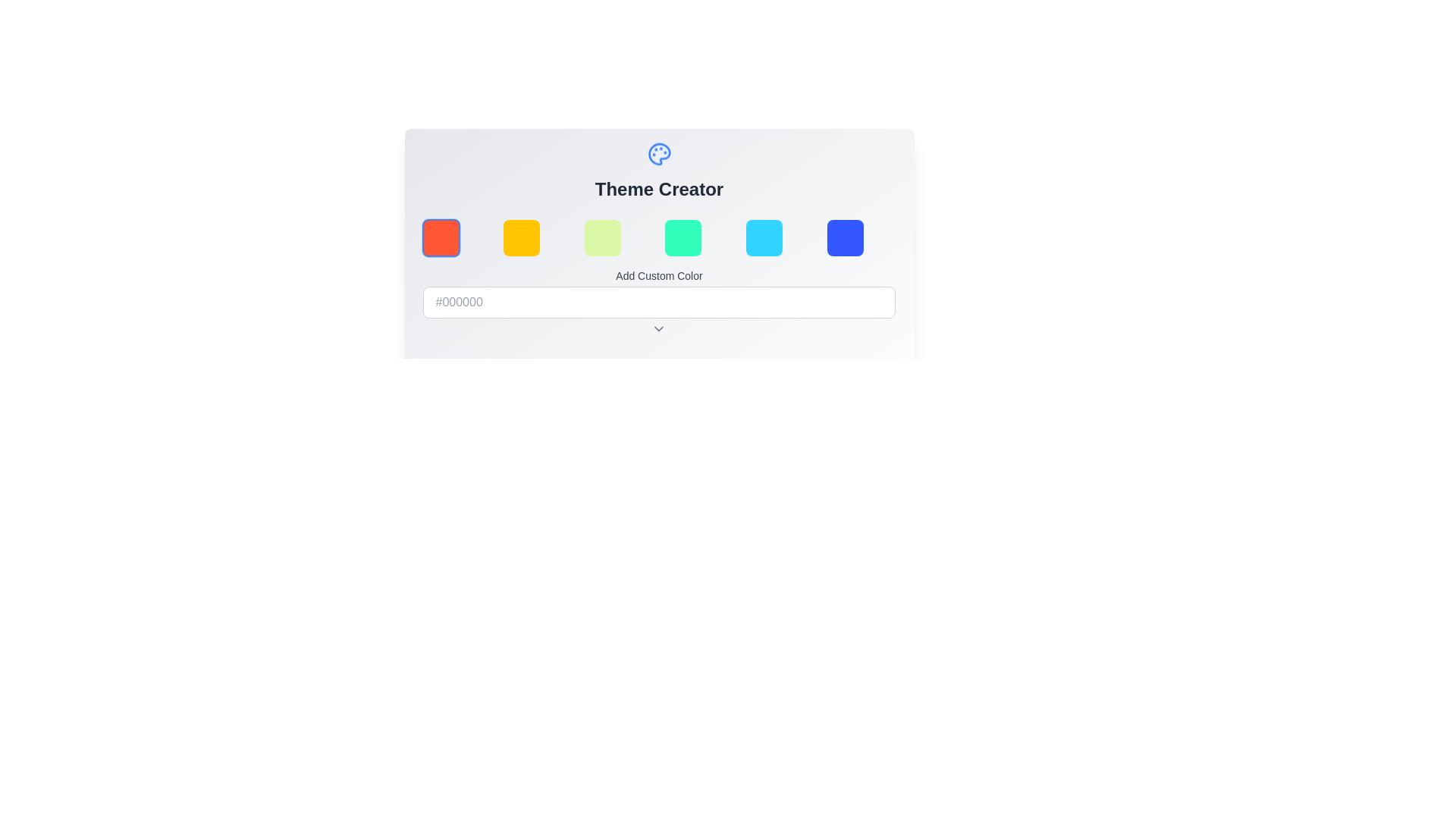 The width and height of the screenshot is (1456, 819). What do you see at coordinates (659, 328) in the screenshot?
I see `the downward-pointing chevron icon located beneath the text field labeled 'Add Custom Color'` at bounding box center [659, 328].